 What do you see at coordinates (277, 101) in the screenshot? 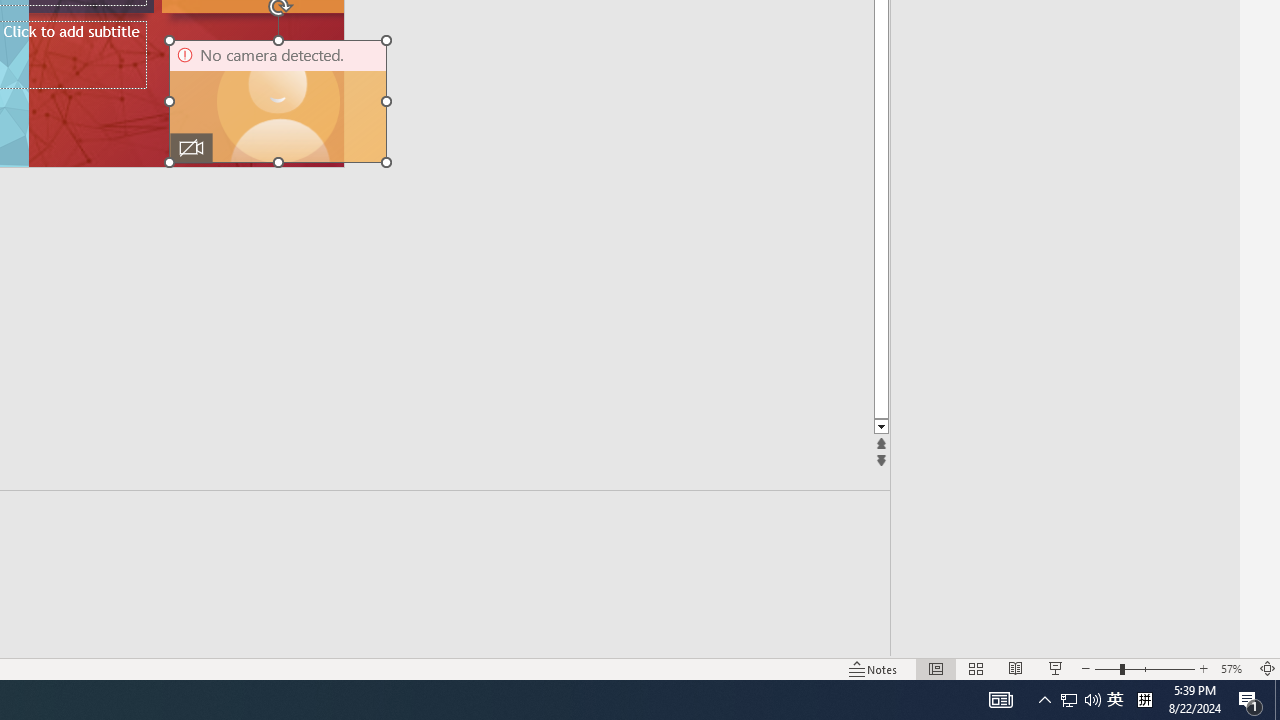
I see `'Camera 14, No camera detected.'` at bounding box center [277, 101].